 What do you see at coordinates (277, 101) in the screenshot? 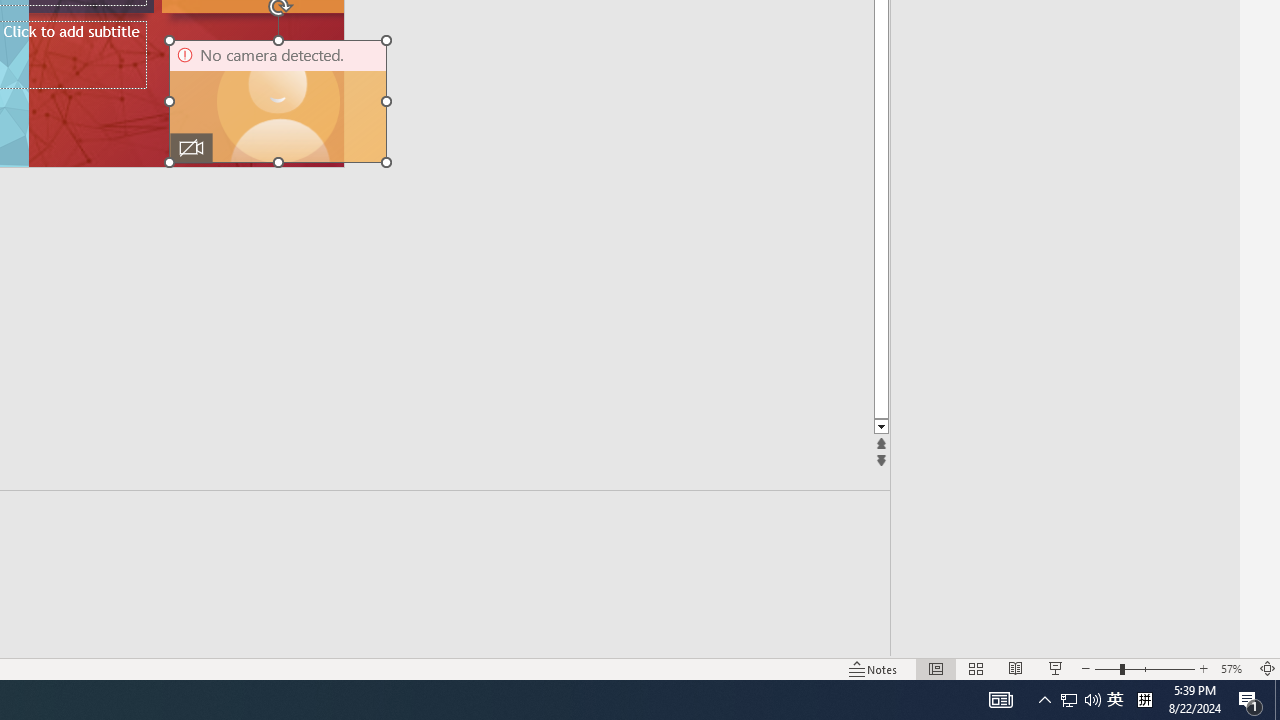
I see `'Camera 14, No camera detected.'` at bounding box center [277, 101].